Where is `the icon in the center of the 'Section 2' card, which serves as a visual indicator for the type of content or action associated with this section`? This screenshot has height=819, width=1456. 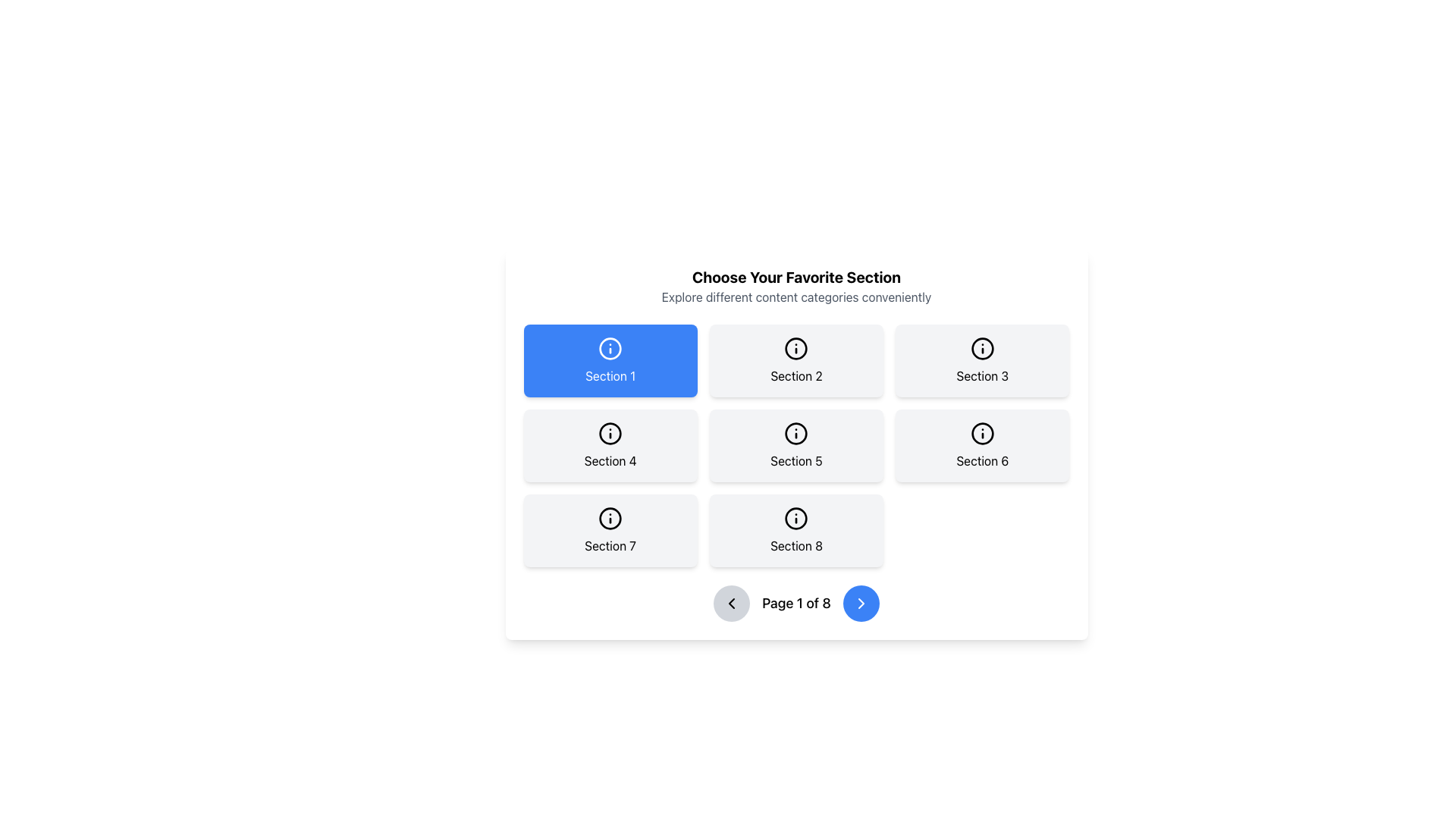
the icon in the center of the 'Section 2' card, which serves as a visual indicator for the type of content or action associated with this section is located at coordinates (795, 348).